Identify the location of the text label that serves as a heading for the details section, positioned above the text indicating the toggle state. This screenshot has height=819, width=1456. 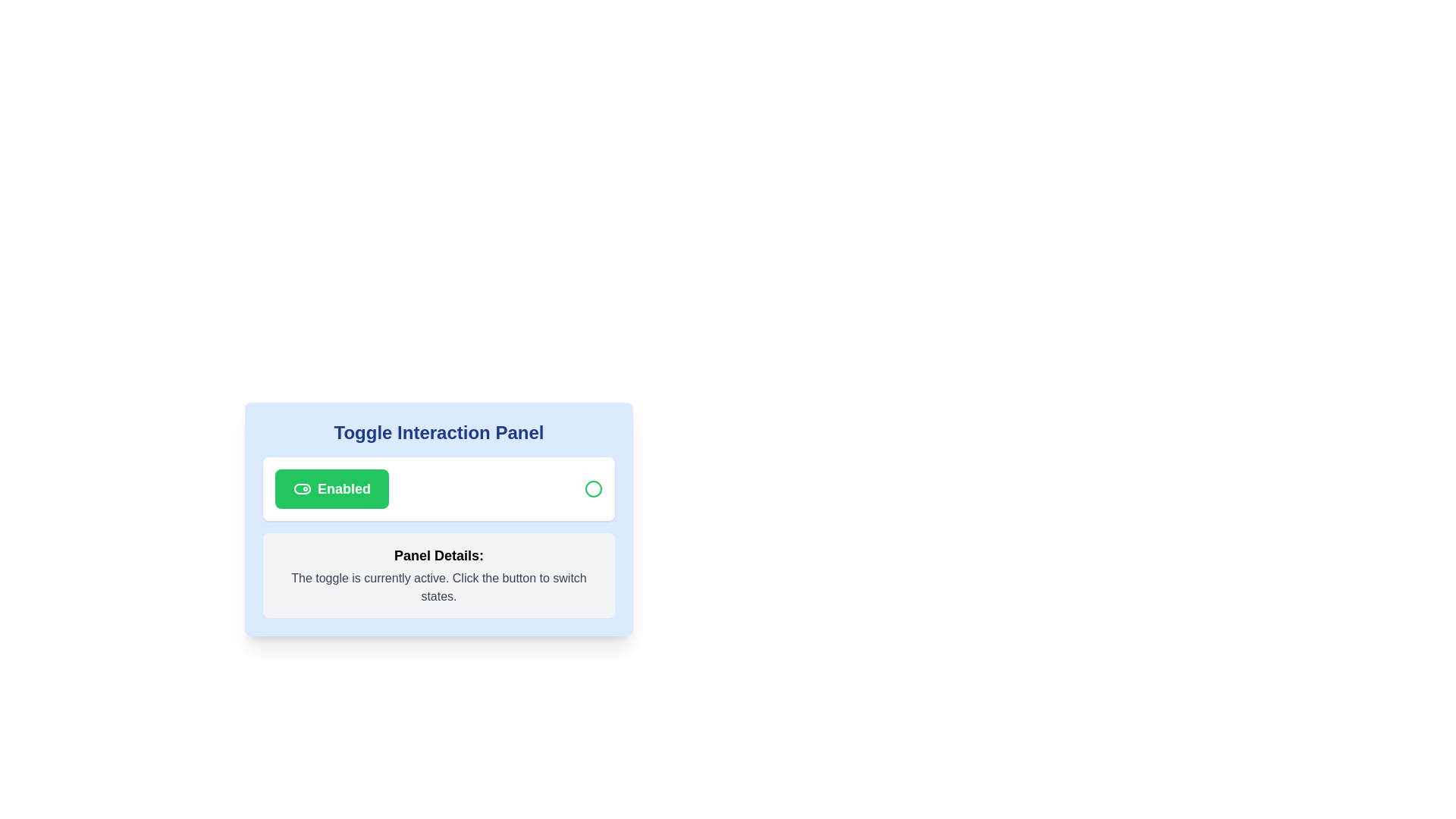
(438, 555).